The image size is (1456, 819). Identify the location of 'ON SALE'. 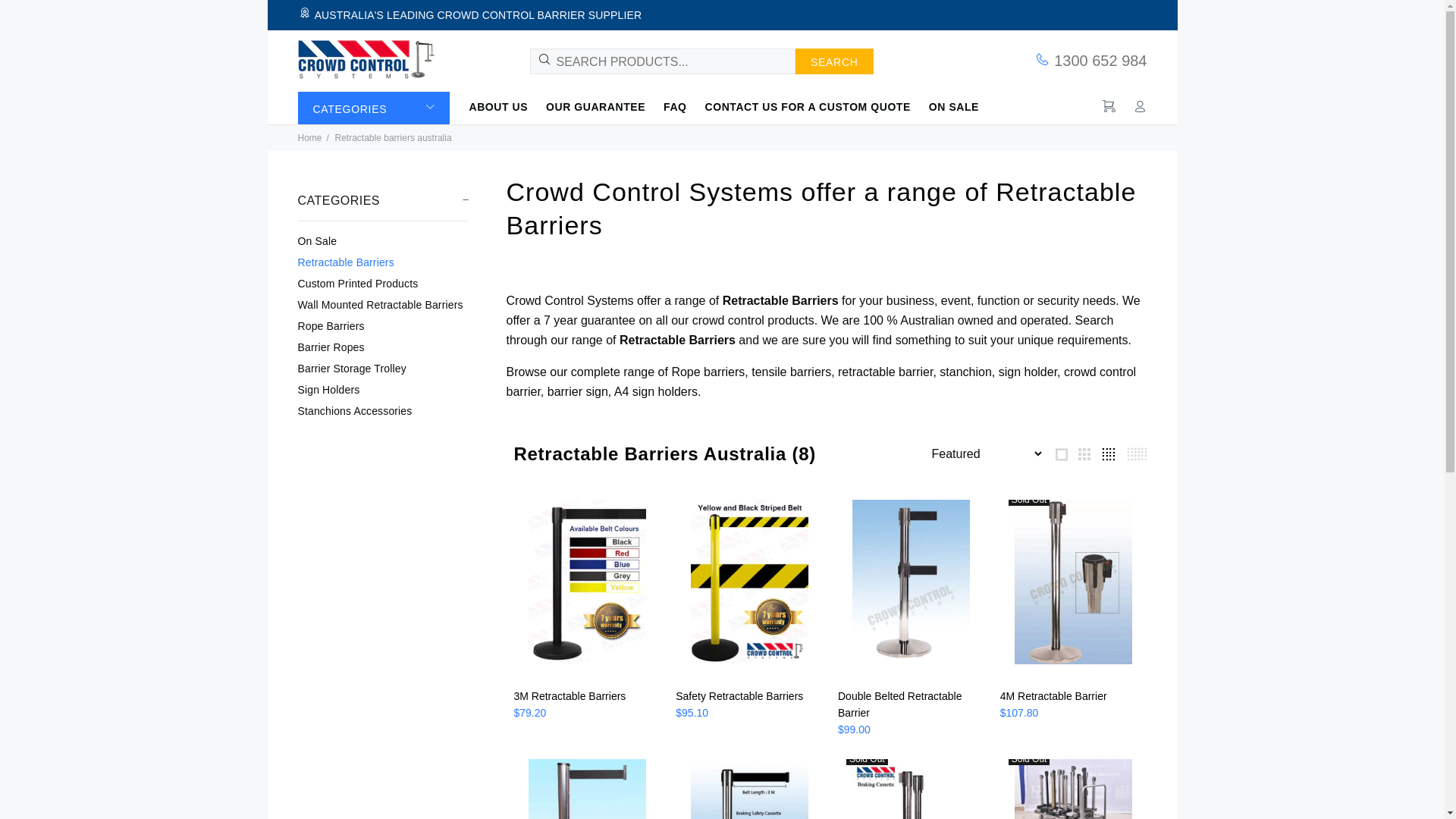
(949, 105).